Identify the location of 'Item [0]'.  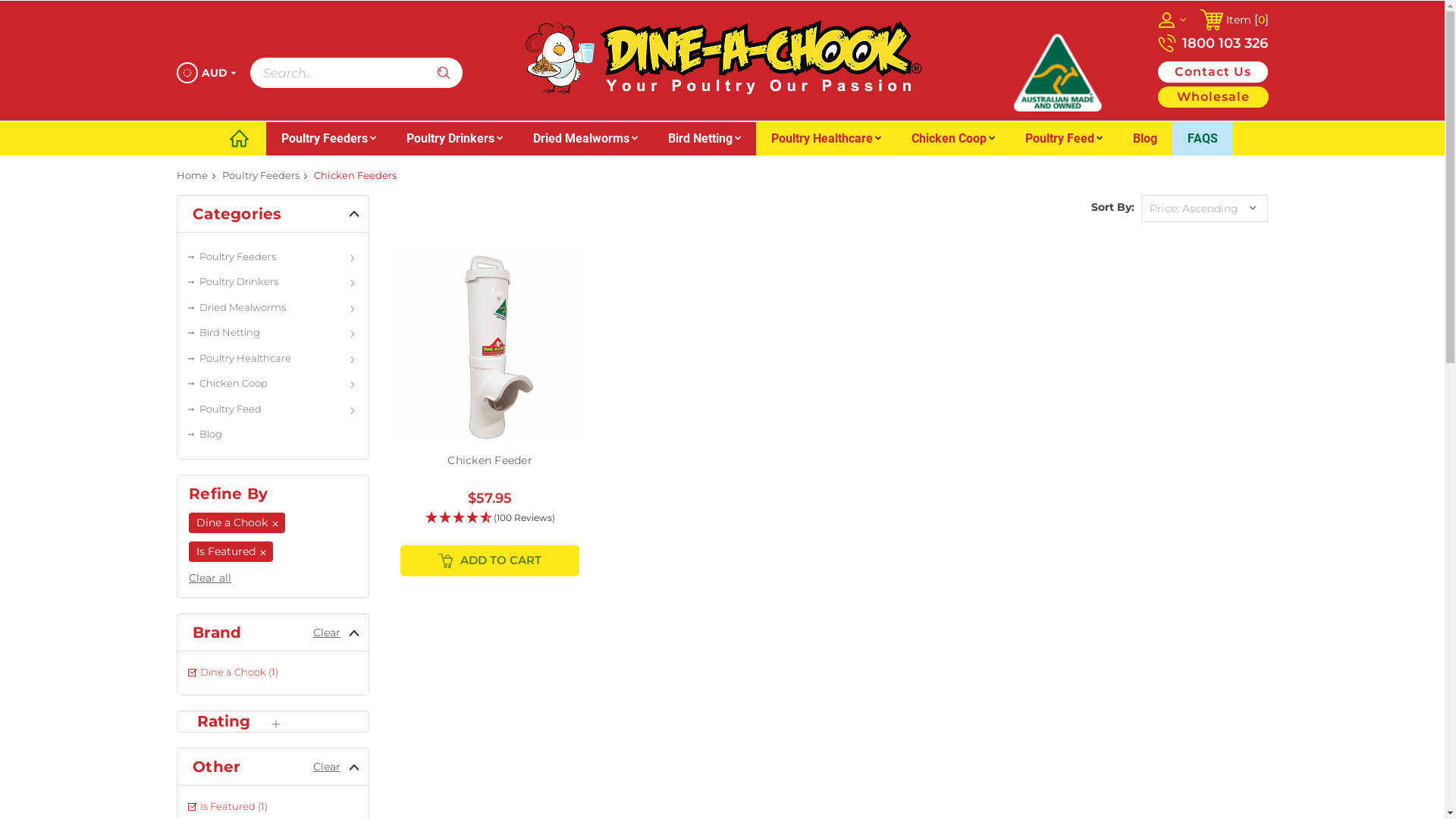
(1199, 20).